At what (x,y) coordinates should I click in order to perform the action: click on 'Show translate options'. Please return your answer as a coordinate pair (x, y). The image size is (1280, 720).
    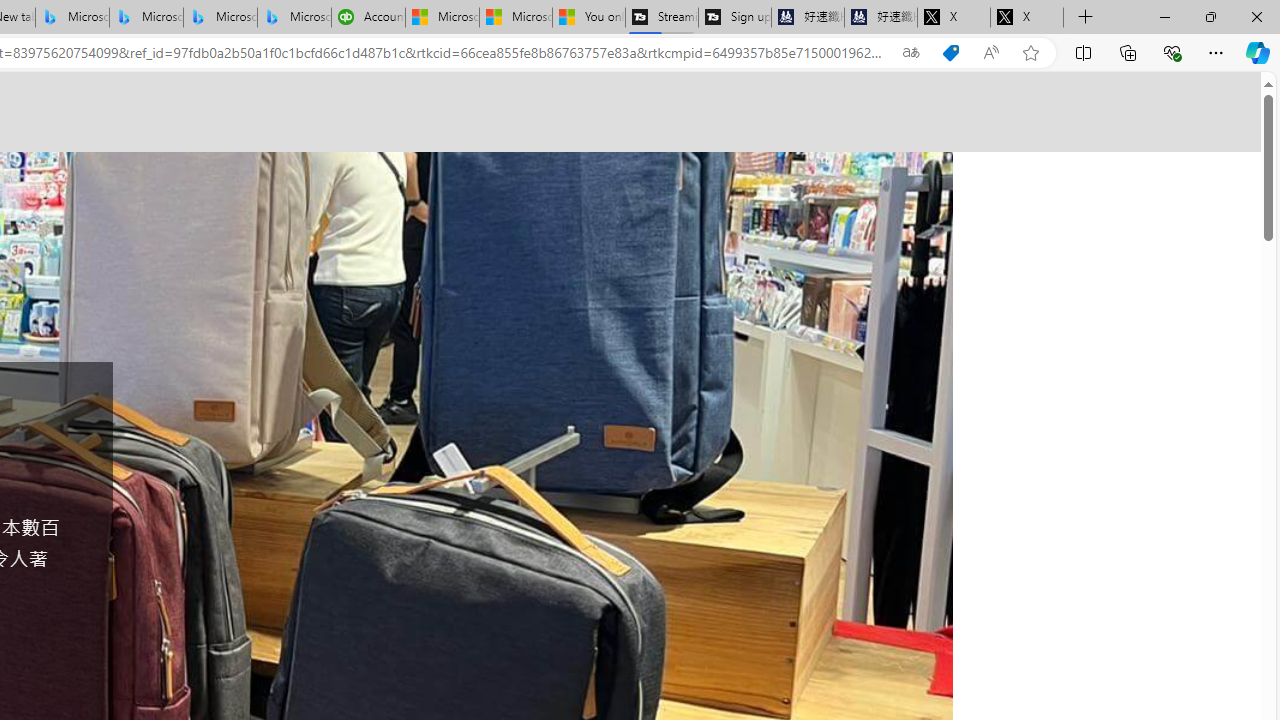
    Looking at the image, I should click on (909, 52).